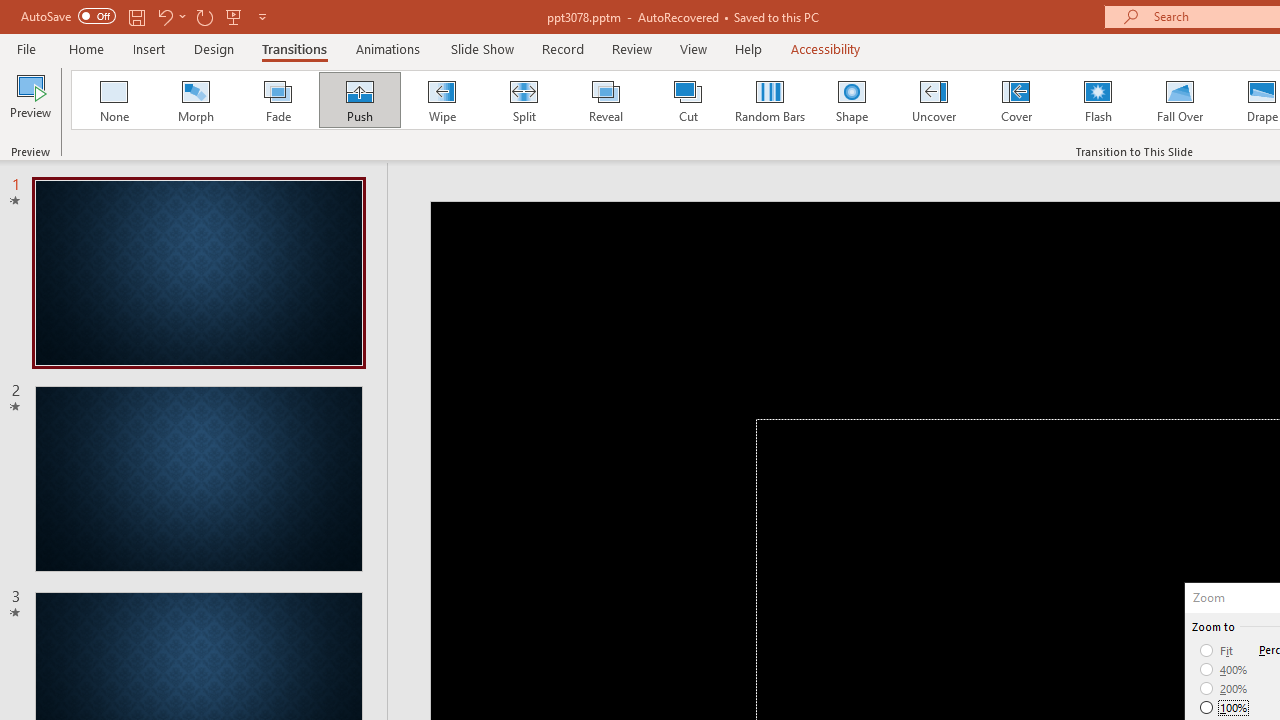 The height and width of the screenshot is (720, 1280). What do you see at coordinates (1223, 706) in the screenshot?
I see `'100%'` at bounding box center [1223, 706].